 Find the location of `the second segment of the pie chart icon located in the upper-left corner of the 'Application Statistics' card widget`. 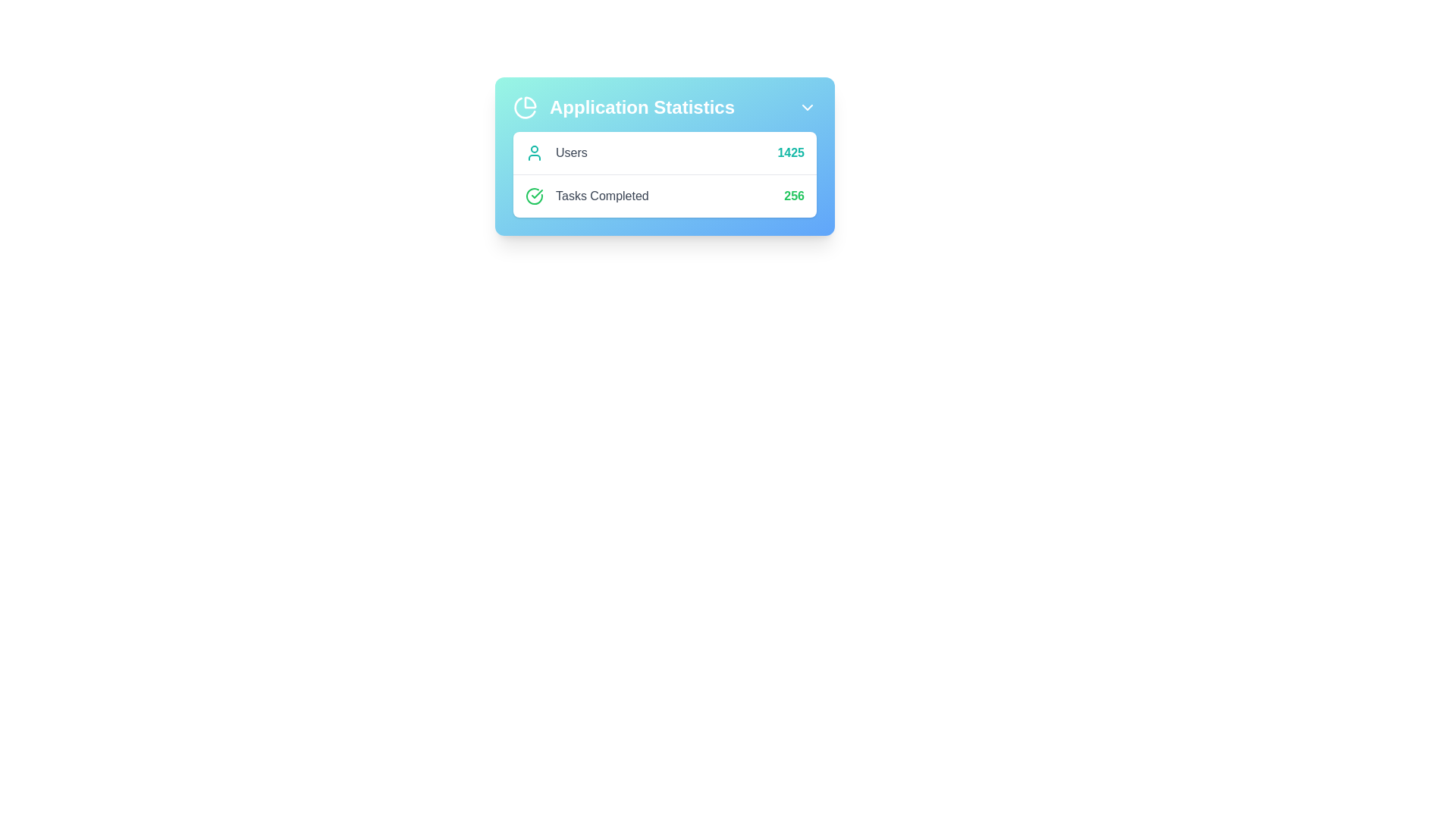

the second segment of the pie chart icon located in the upper-left corner of the 'Application Statistics' card widget is located at coordinates (525, 107).